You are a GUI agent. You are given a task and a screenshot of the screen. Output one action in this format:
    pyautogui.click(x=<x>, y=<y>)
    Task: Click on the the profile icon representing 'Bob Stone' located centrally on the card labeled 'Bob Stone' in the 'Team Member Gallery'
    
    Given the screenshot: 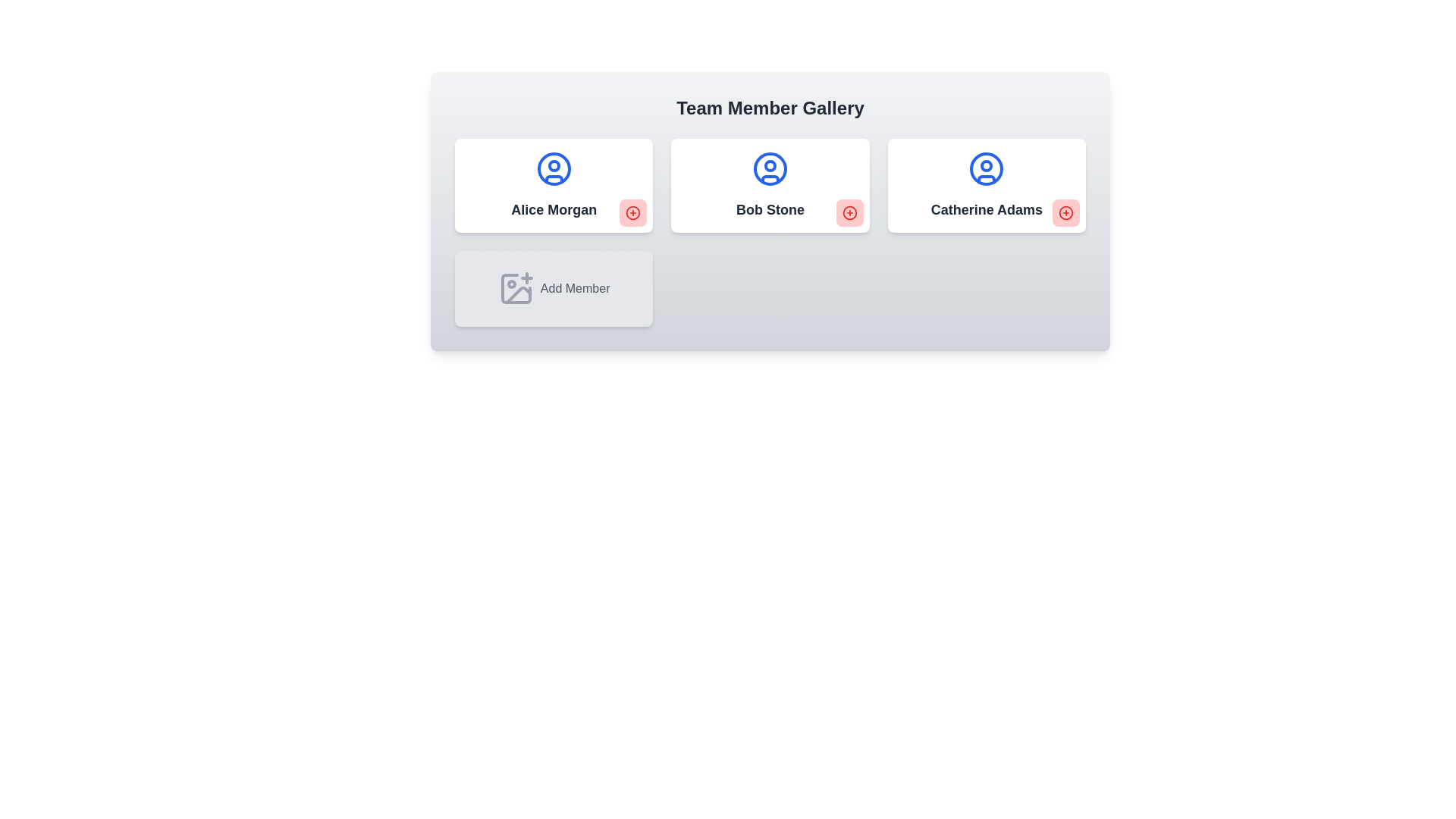 What is the action you would take?
    pyautogui.click(x=770, y=169)
    